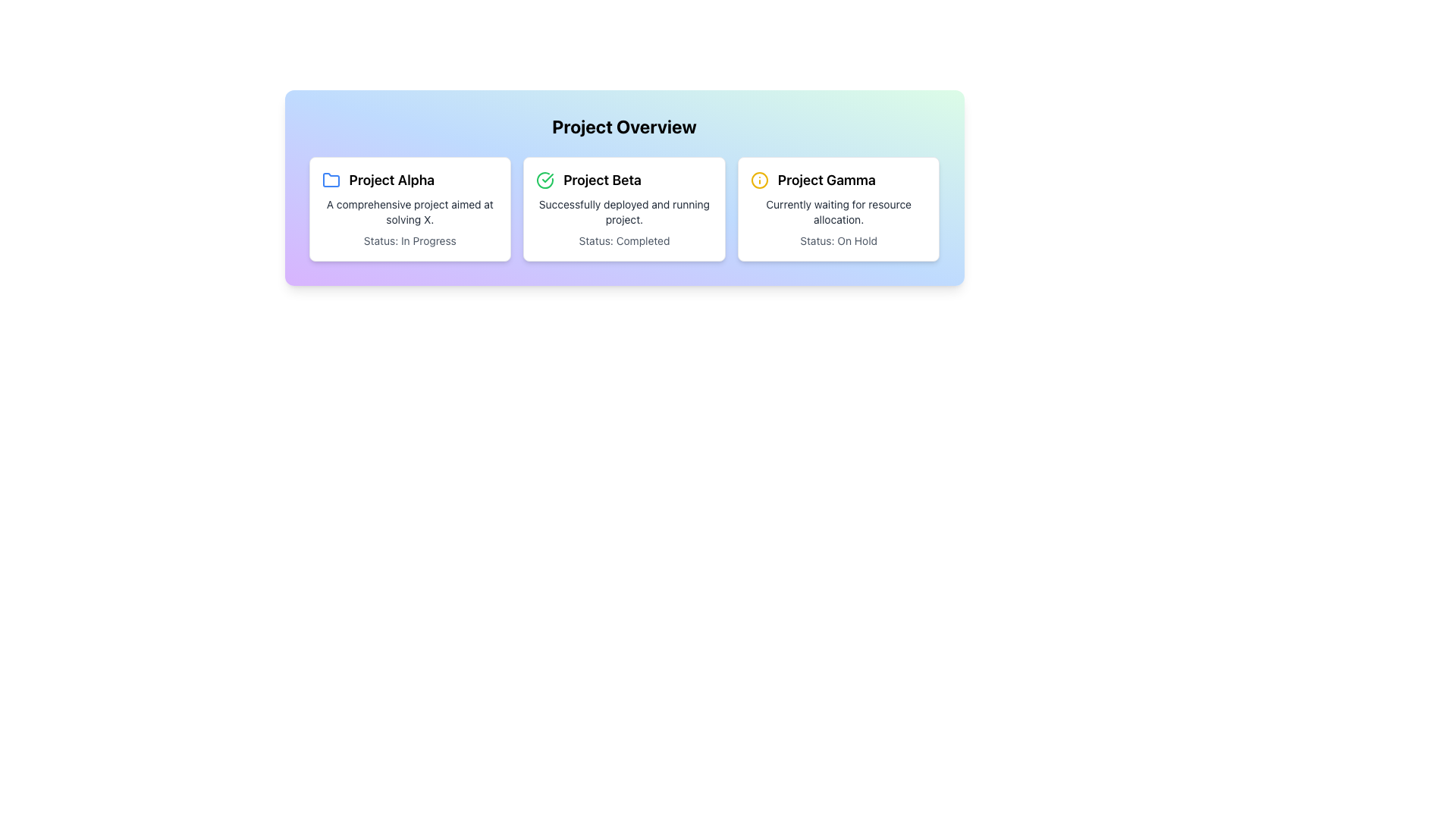 The height and width of the screenshot is (819, 1456). I want to click on information displayed on the 'Project Alpha' card, which features a blue folder icon, bold text, and a status indicating 'In Progress', so click(409, 209).